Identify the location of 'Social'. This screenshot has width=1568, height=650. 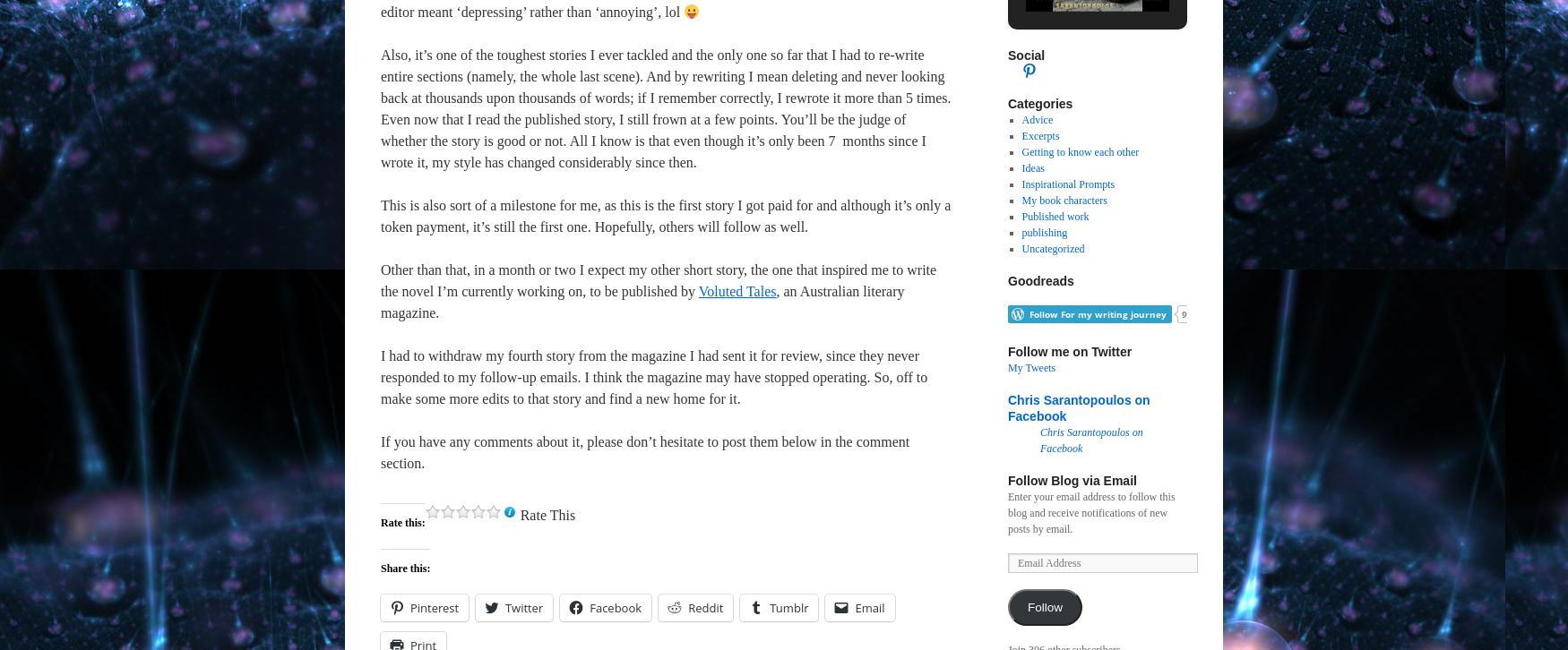
(1025, 54).